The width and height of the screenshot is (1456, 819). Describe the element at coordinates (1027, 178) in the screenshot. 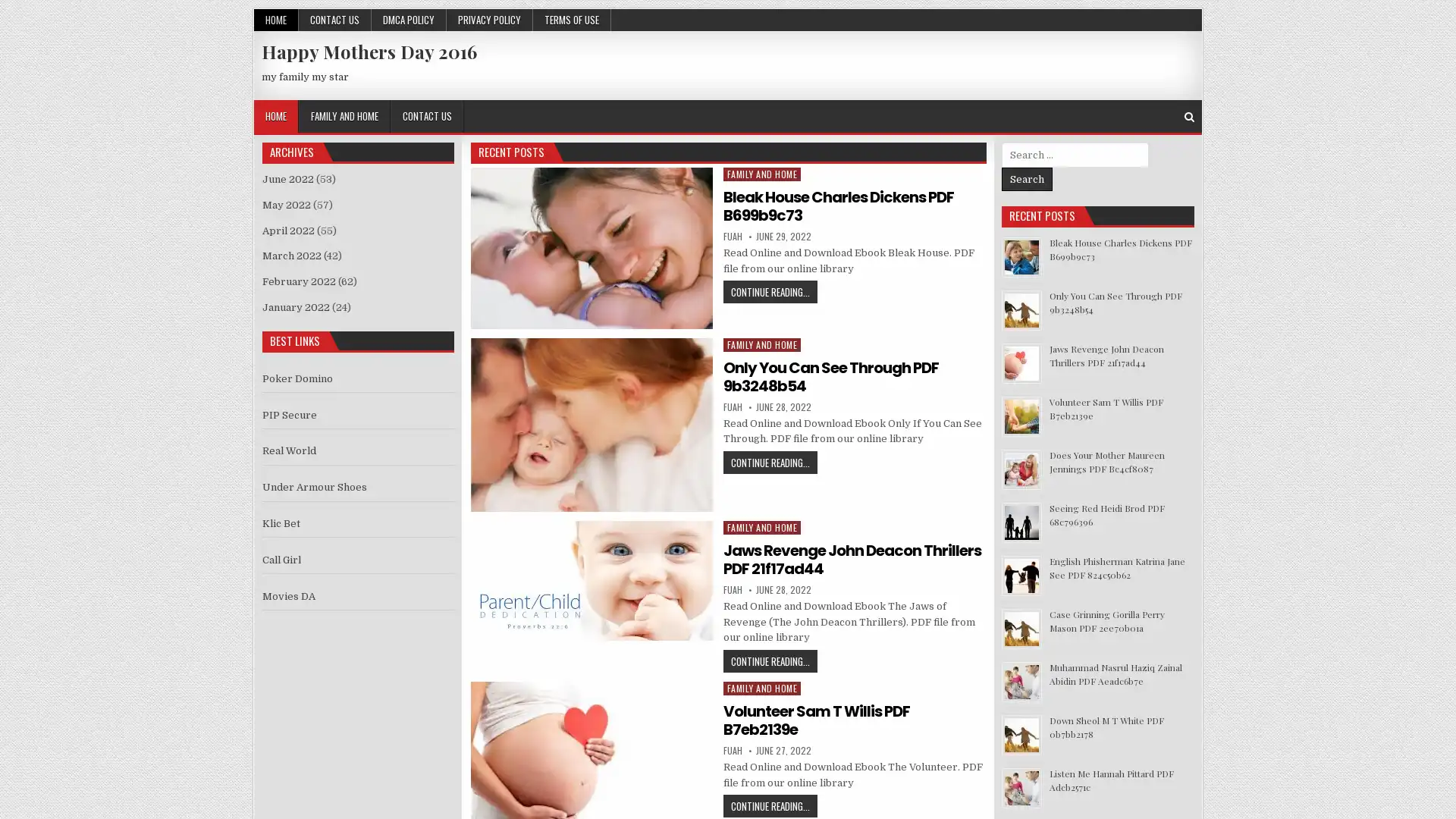

I see `Search` at that location.